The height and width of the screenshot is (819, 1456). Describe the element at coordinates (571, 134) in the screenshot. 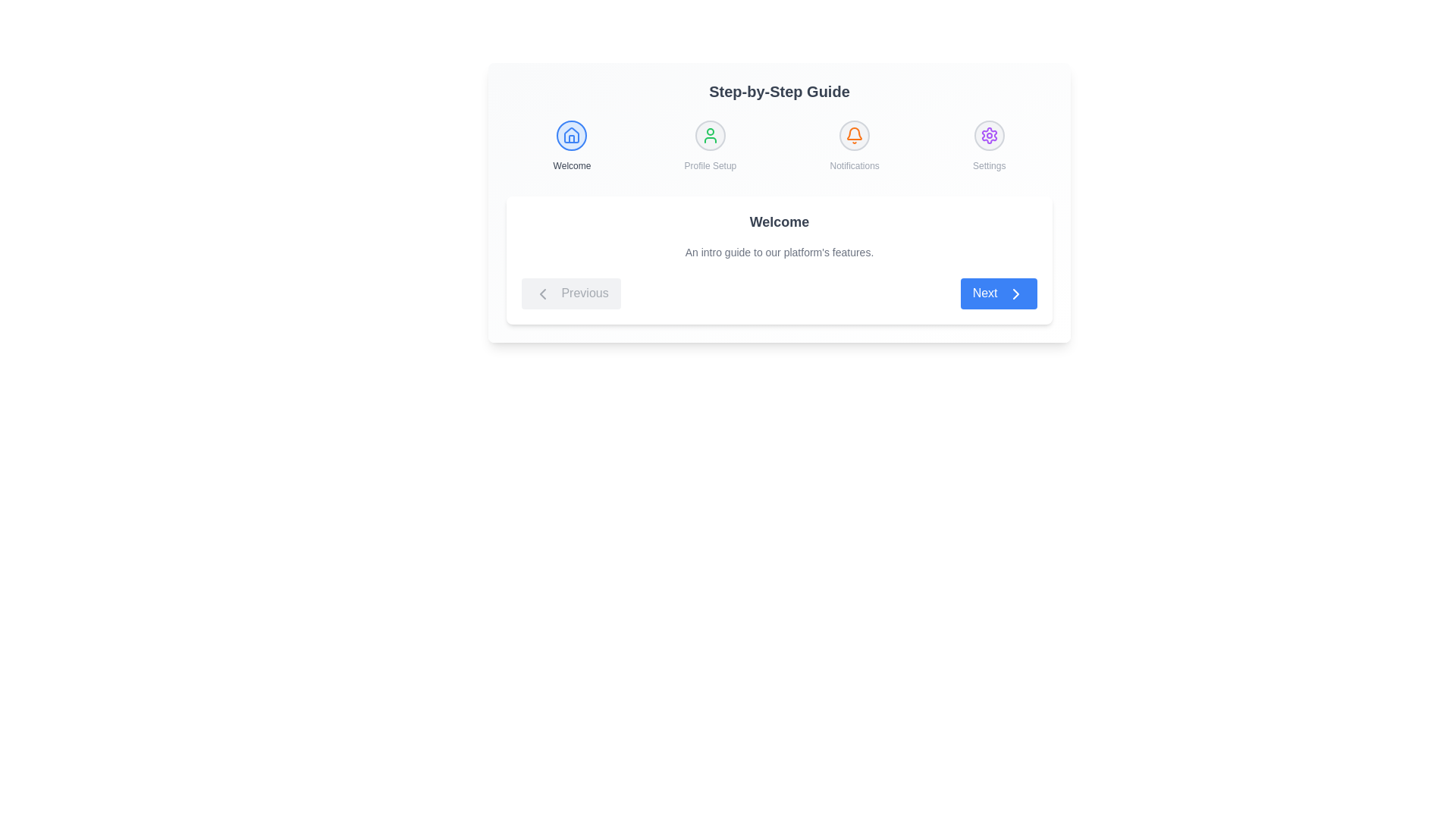

I see `the house icon in the navigational header` at that location.